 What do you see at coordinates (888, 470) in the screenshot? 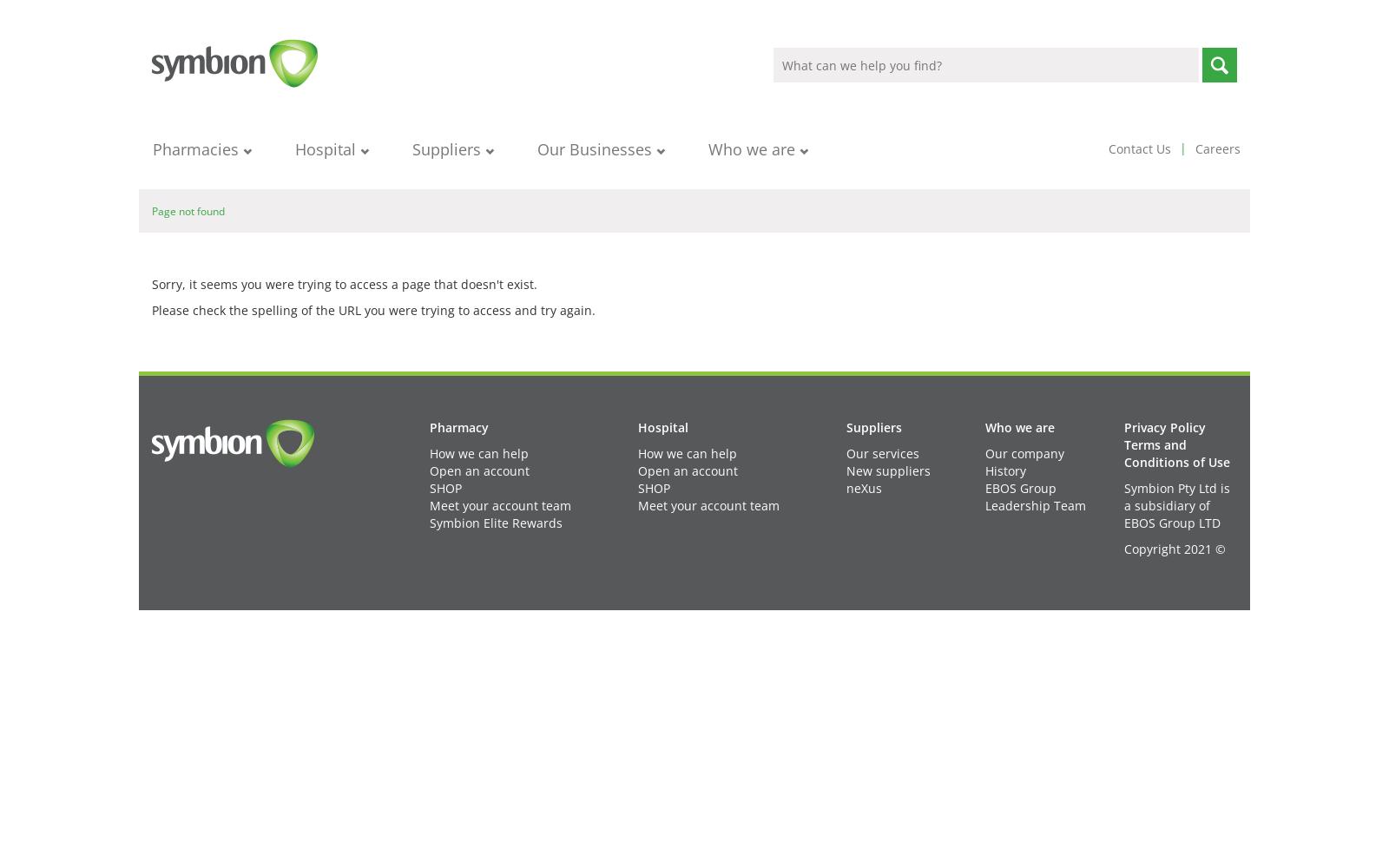
I see `'New suppliers'` at bounding box center [888, 470].